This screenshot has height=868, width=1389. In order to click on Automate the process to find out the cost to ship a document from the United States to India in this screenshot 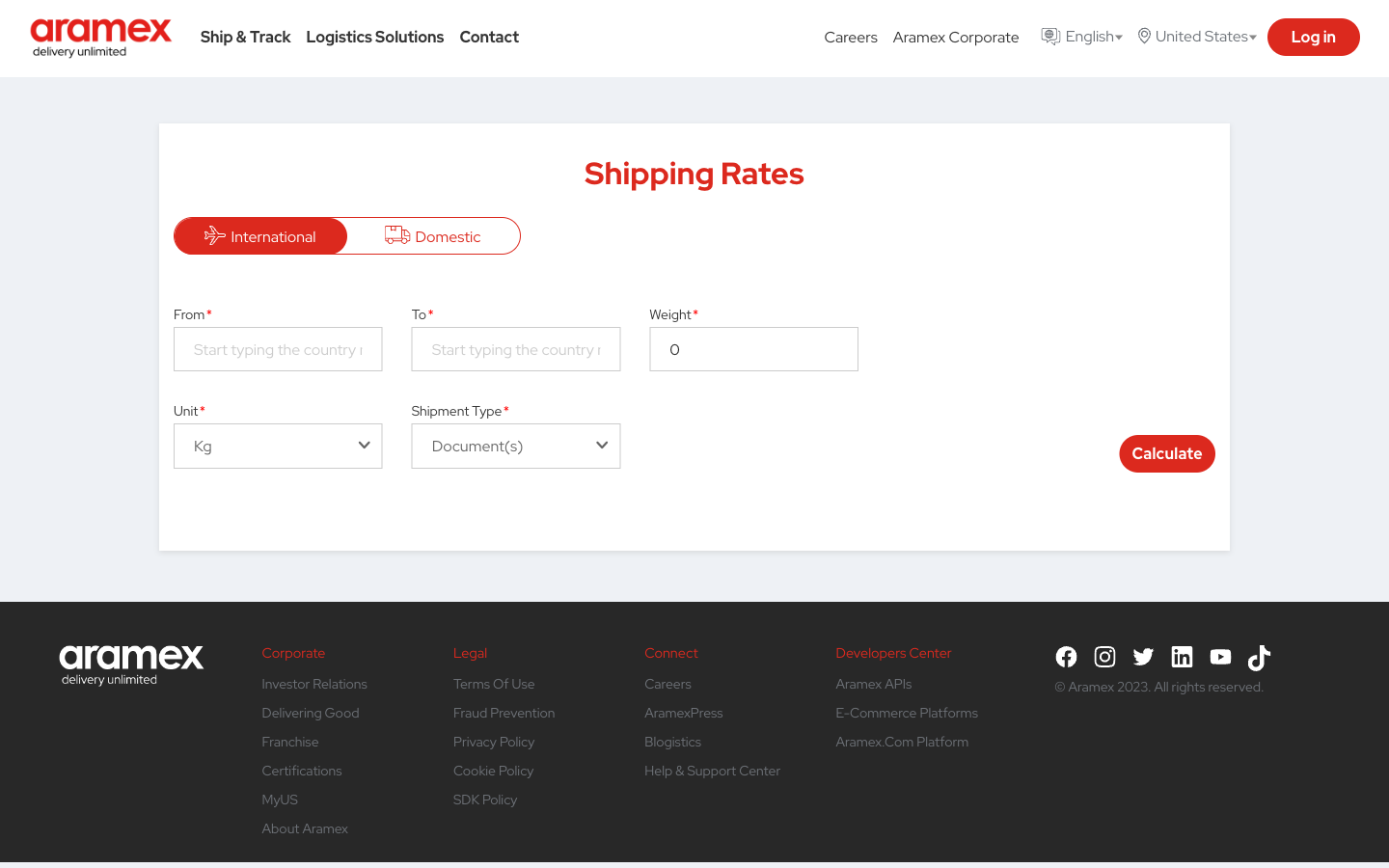, I will do `click(277, 348)`.